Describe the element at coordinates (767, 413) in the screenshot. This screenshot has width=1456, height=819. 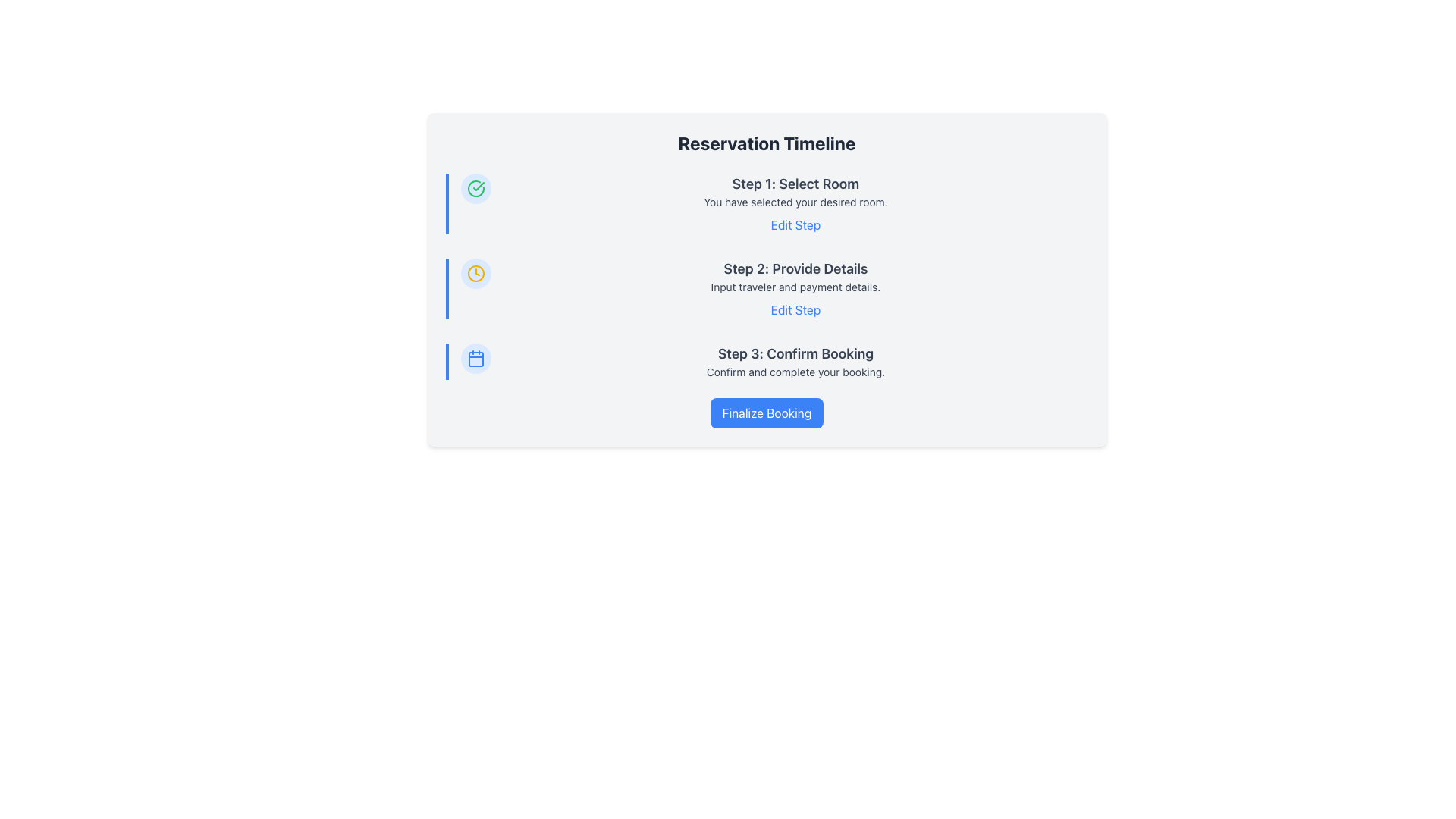
I see `the blue rectangular button with rounded corners and white bold text that says 'Finalize Booking'` at that location.